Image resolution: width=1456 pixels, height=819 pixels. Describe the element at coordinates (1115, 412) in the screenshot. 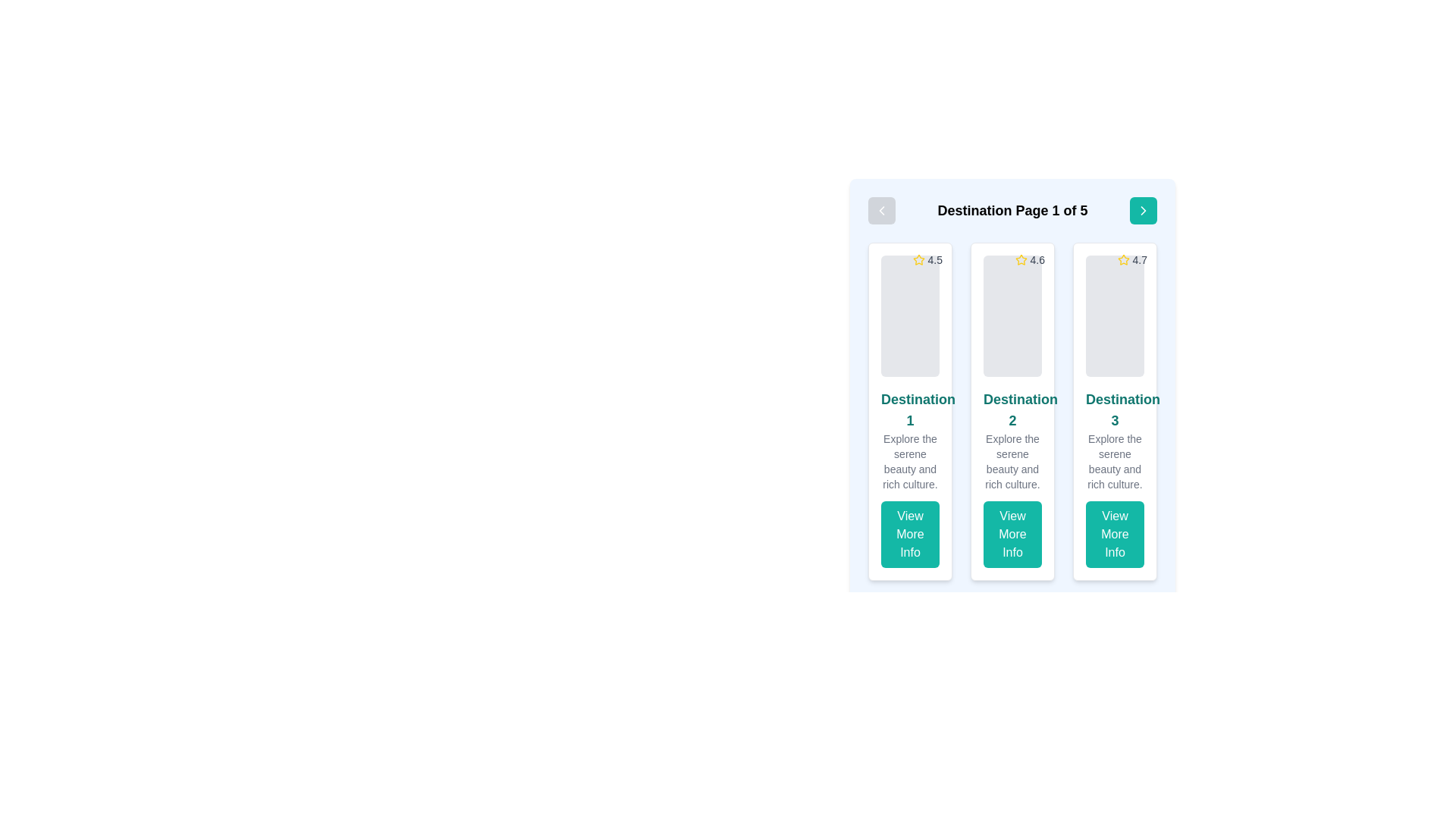

I see `the third card in the grid layout` at that location.